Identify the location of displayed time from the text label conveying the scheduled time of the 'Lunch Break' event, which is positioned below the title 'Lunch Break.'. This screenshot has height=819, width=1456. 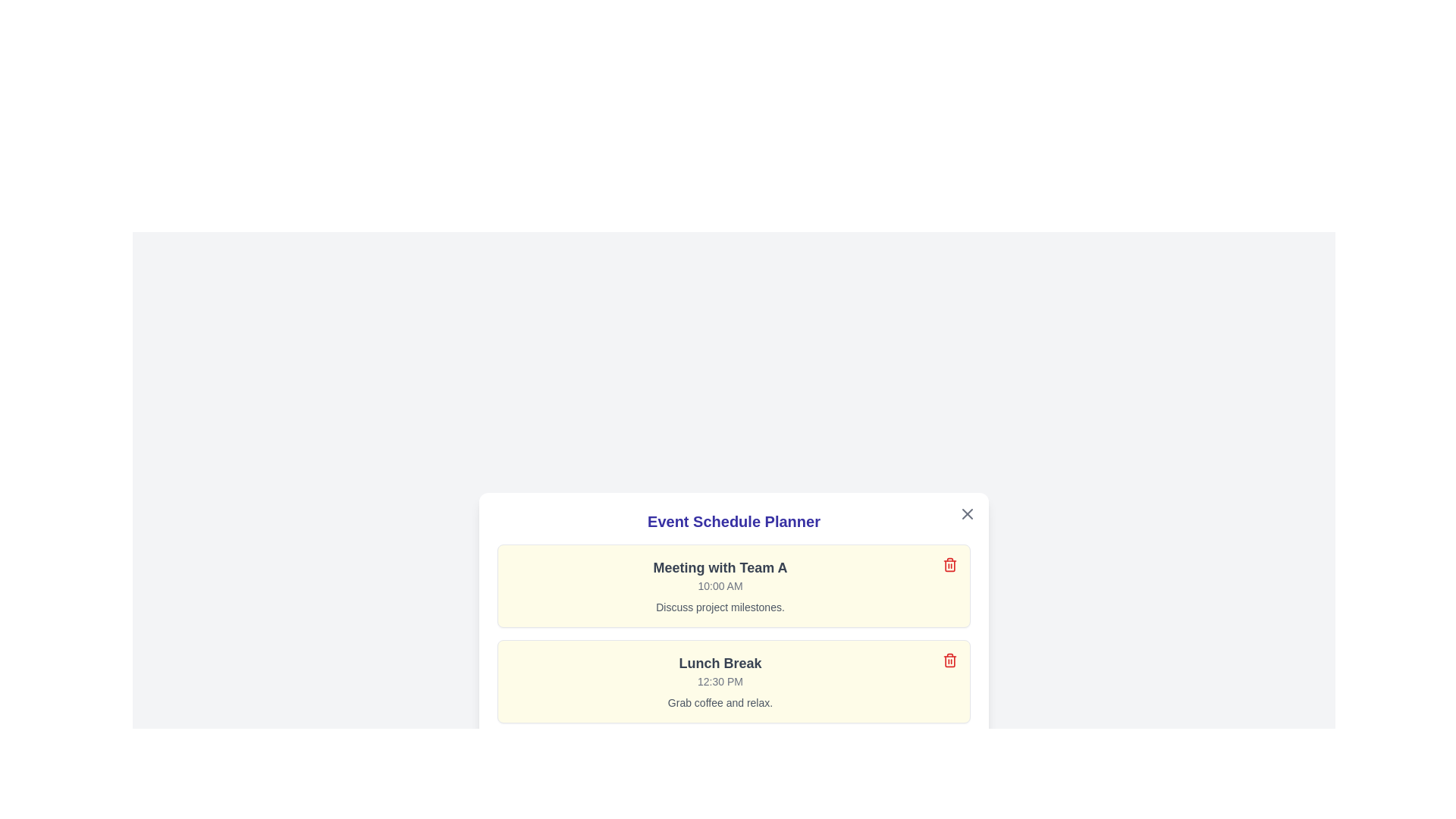
(720, 680).